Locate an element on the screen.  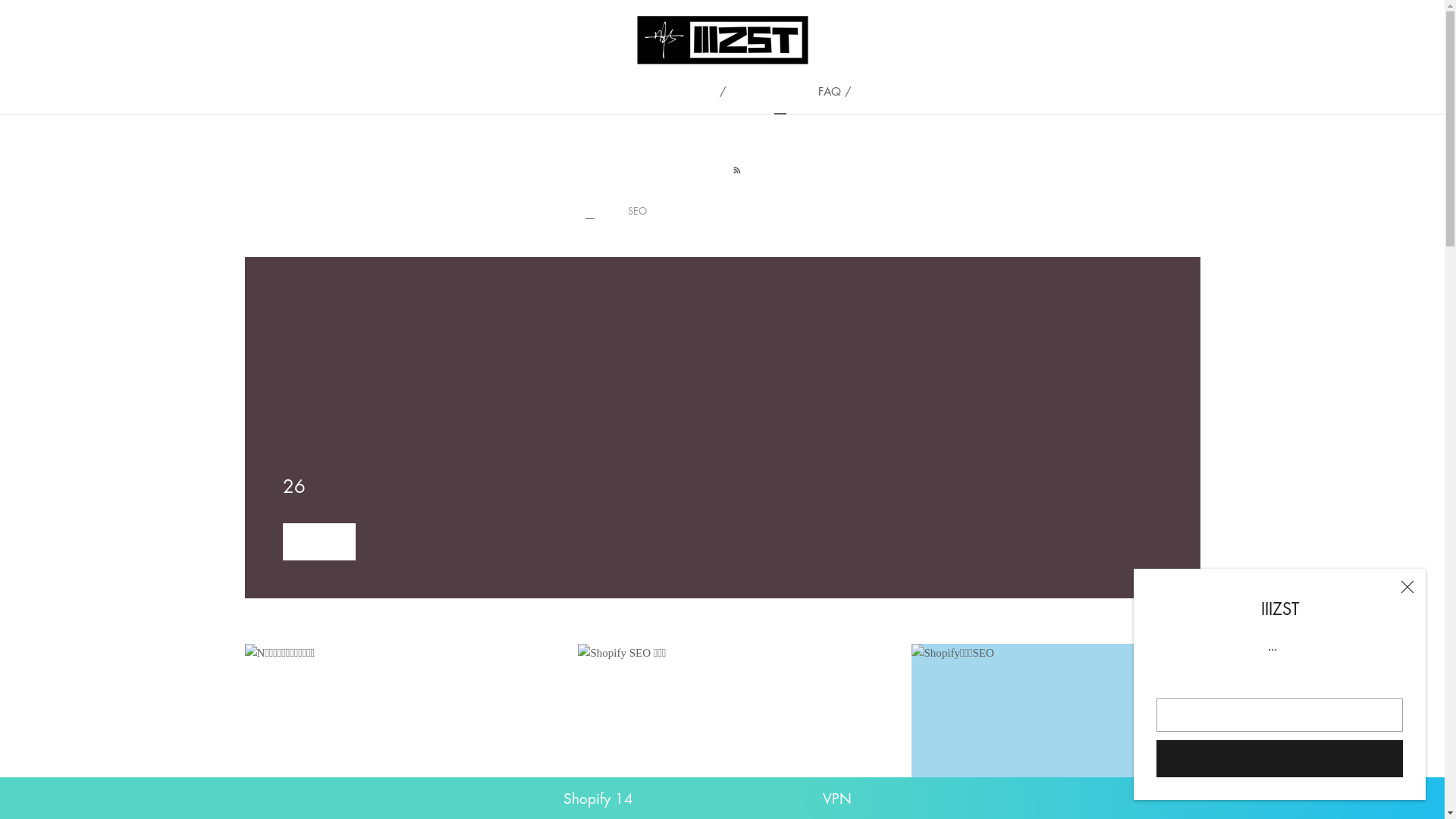
'SEO' is located at coordinates (628, 210).